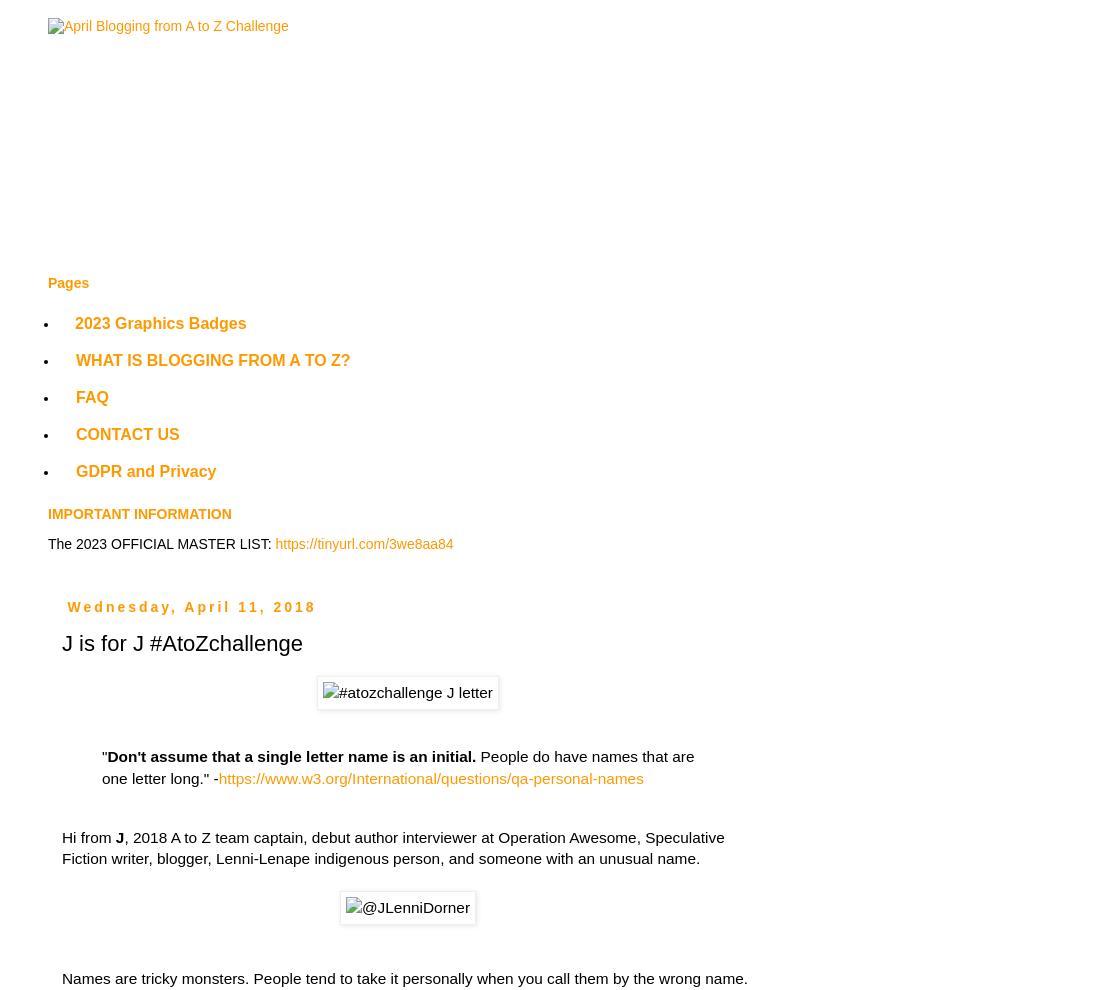 This screenshot has height=990, width=1098. Describe the element at coordinates (182, 642) in the screenshot. I see `'J is for J #AtoZchallenge'` at that location.